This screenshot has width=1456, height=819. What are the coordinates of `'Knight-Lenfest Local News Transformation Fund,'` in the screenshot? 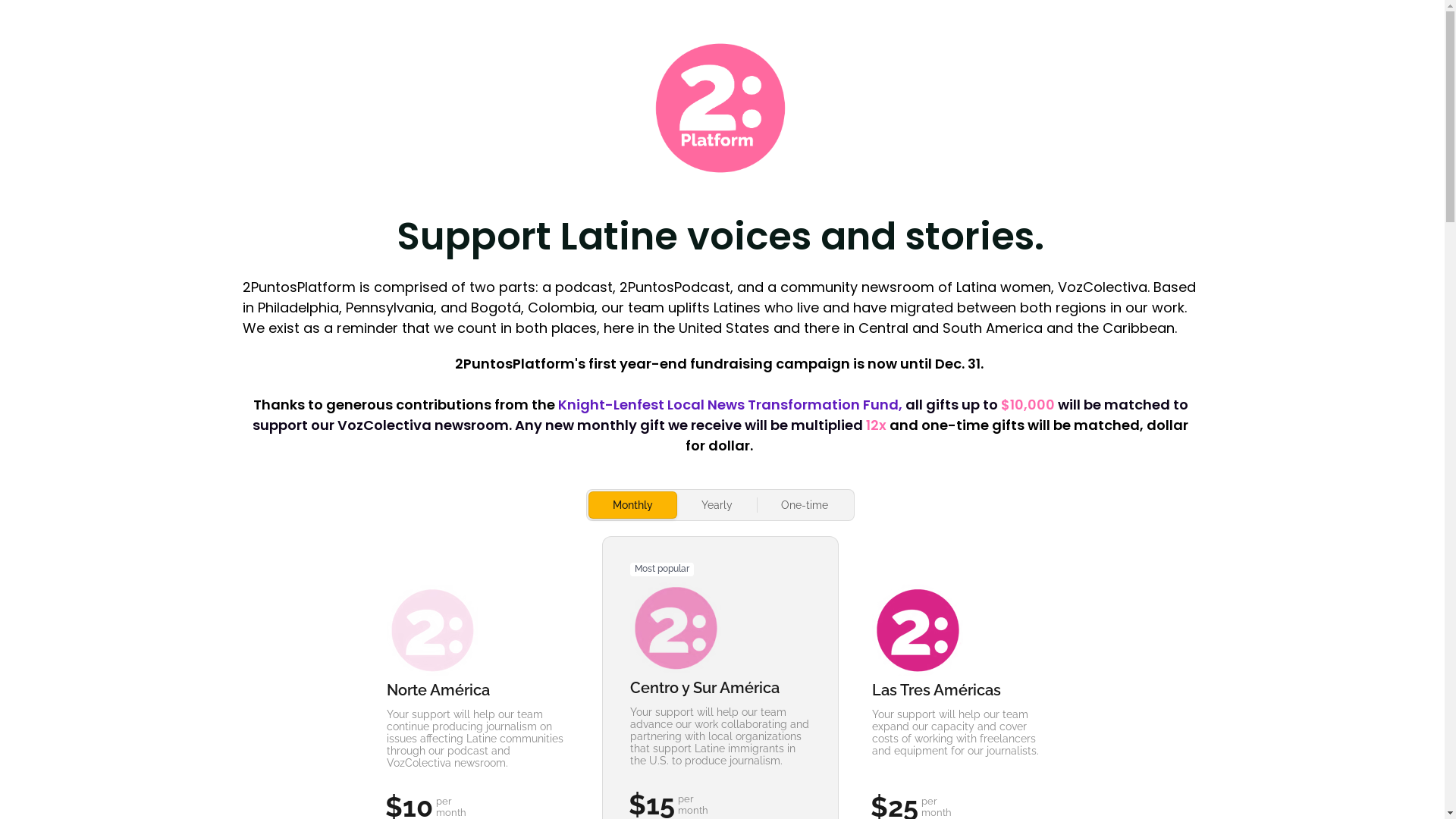 It's located at (731, 403).